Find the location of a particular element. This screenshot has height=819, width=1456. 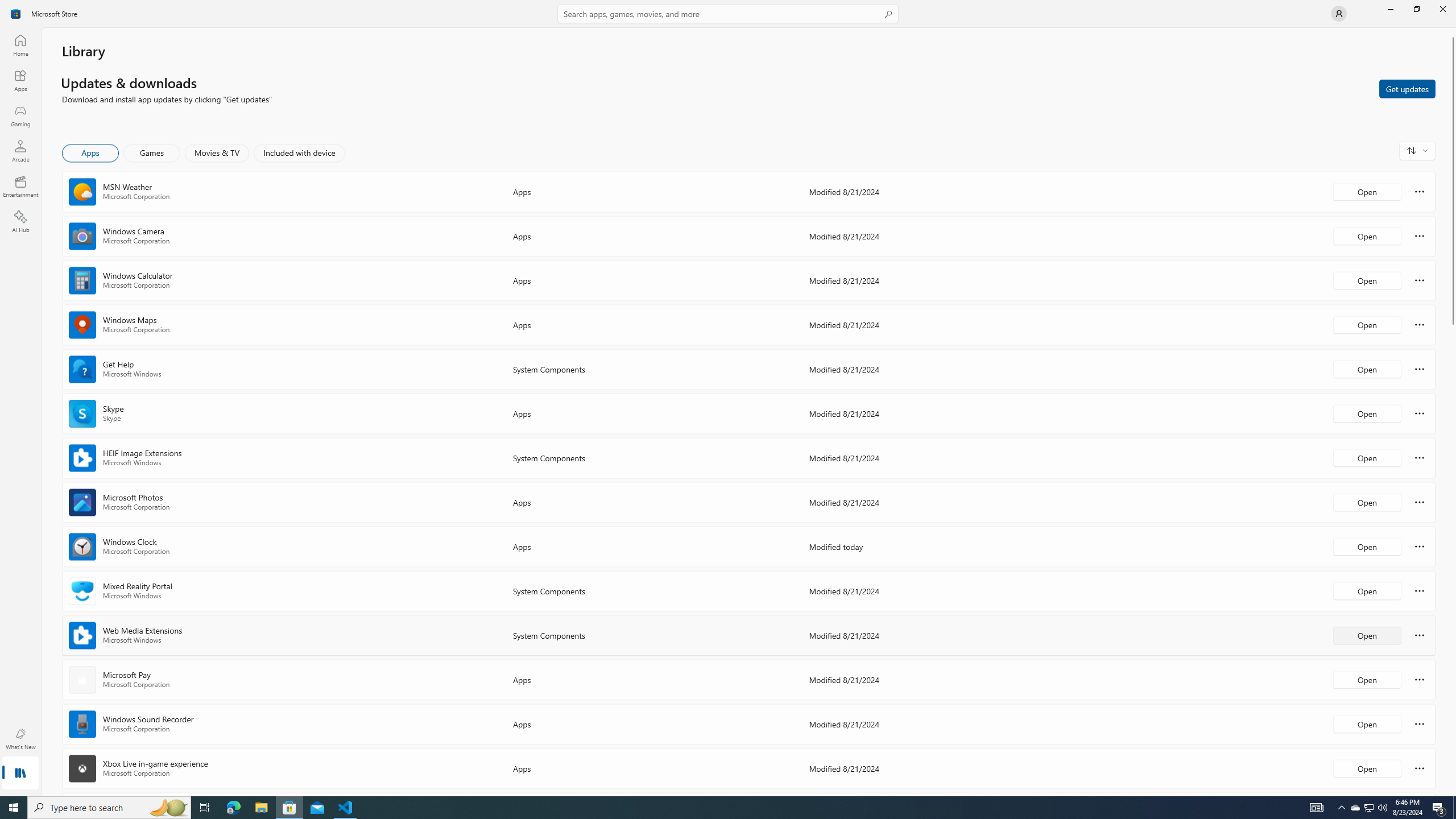

'Movies & TV' is located at coordinates (216, 152).